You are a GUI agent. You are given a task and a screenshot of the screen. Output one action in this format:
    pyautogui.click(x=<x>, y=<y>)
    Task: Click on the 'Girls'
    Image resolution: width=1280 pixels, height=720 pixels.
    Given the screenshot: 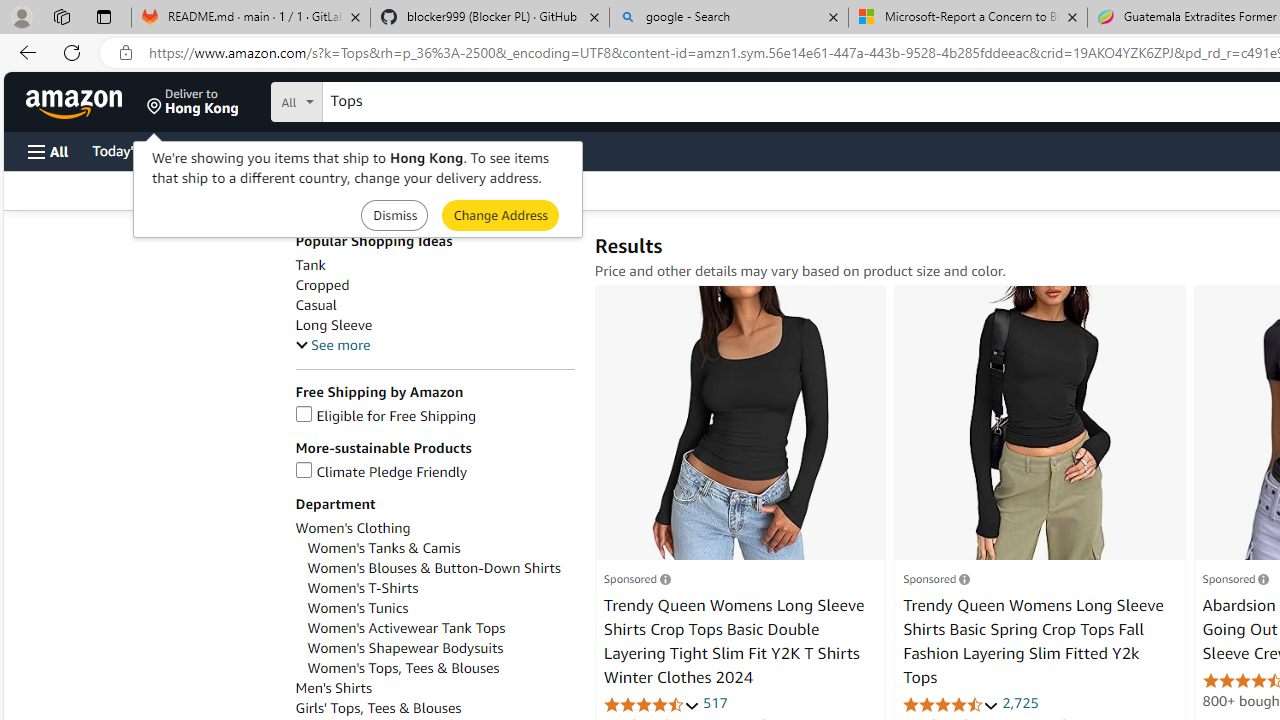 What is the action you would take?
    pyautogui.click(x=433, y=707)
    